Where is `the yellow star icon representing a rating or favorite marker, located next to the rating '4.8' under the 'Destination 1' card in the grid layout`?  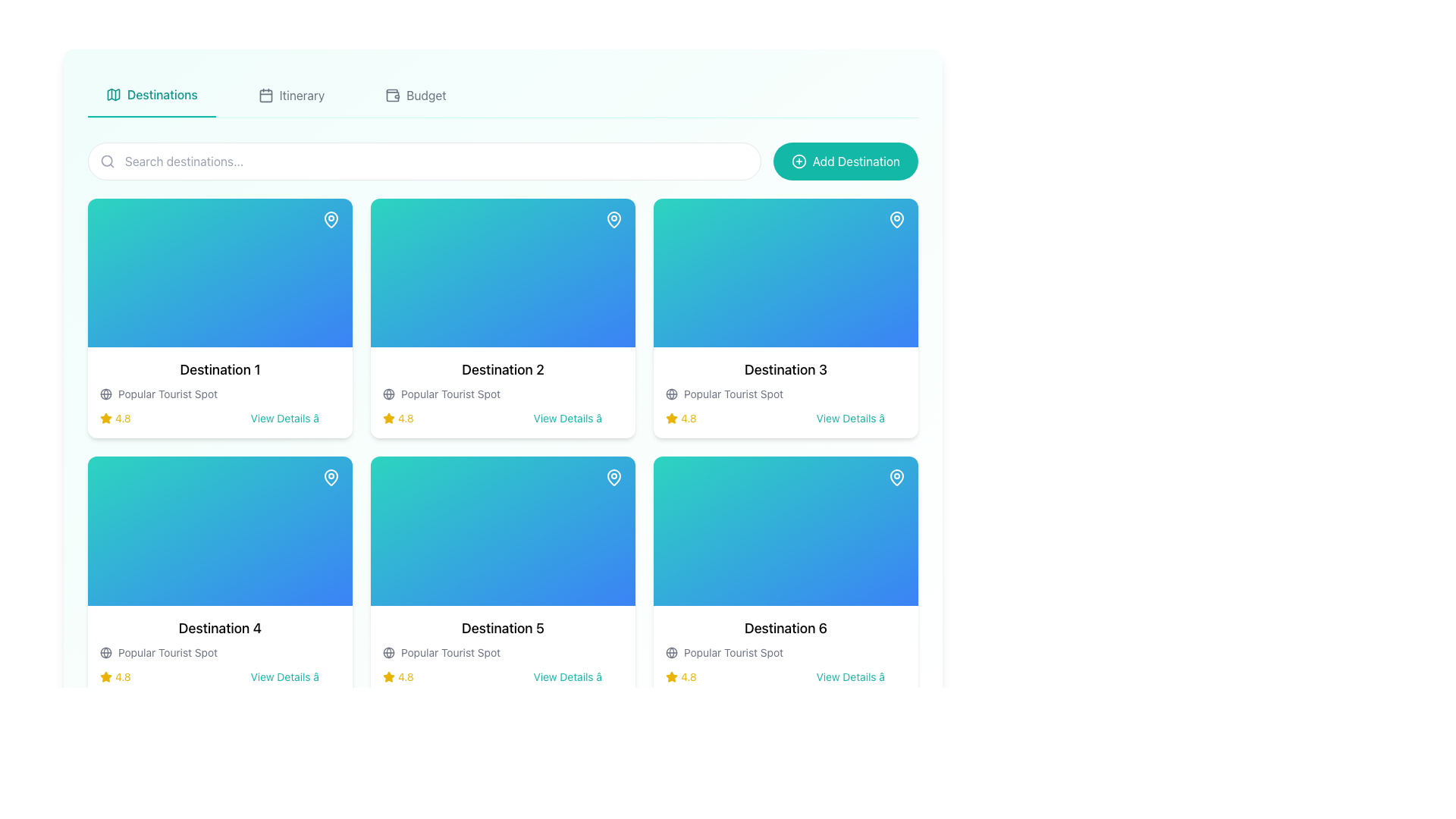
the yellow star icon representing a rating or favorite marker, located next to the rating '4.8' under the 'Destination 1' card in the grid layout is located at coordinates (389, 418).